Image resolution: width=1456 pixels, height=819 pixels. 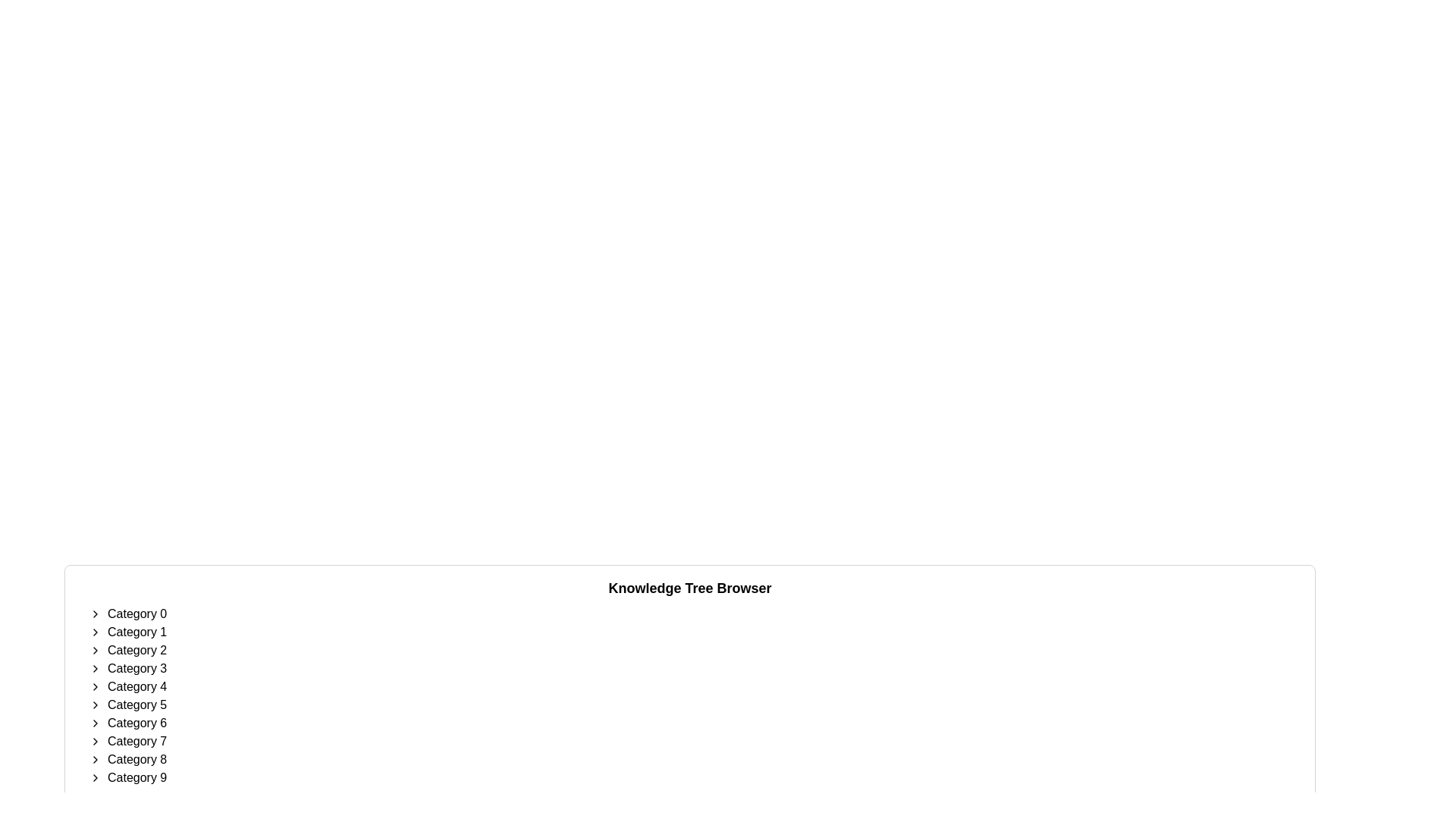 What do you see at coordinates (94, 632) in the screenshot?
I see `the rightward-pointing chevron icon next to the text 'Category 1' in the vertical list of categories` at bounding box center [94, 632].